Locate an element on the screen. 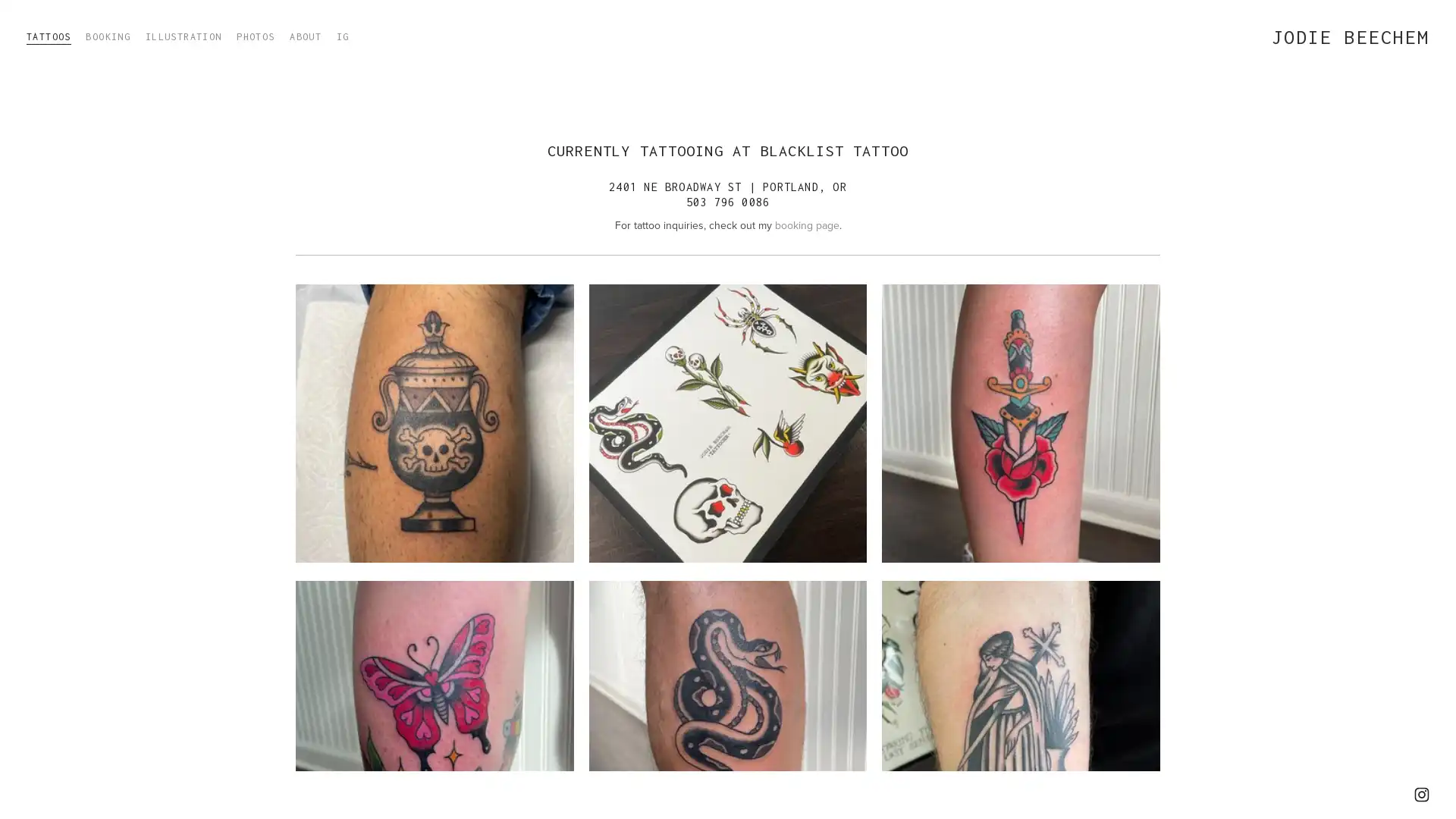 The image size is (1456, 819). Close is located at coordinates (946, 281).